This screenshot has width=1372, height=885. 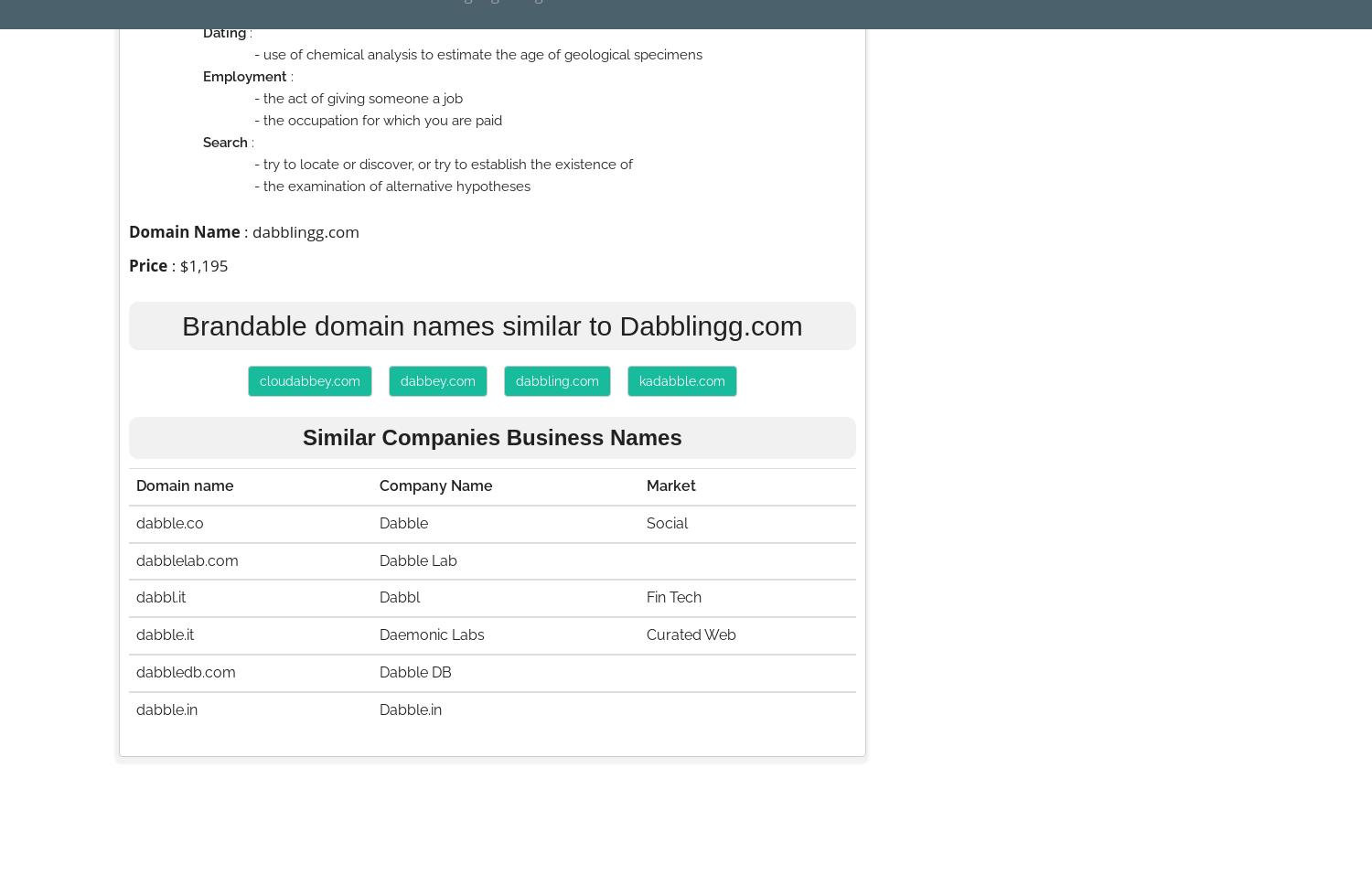 What do you see at coordinates (170, 522) in the screenshot?
I see `'dabble.co'` at bounding box center [170, 522].